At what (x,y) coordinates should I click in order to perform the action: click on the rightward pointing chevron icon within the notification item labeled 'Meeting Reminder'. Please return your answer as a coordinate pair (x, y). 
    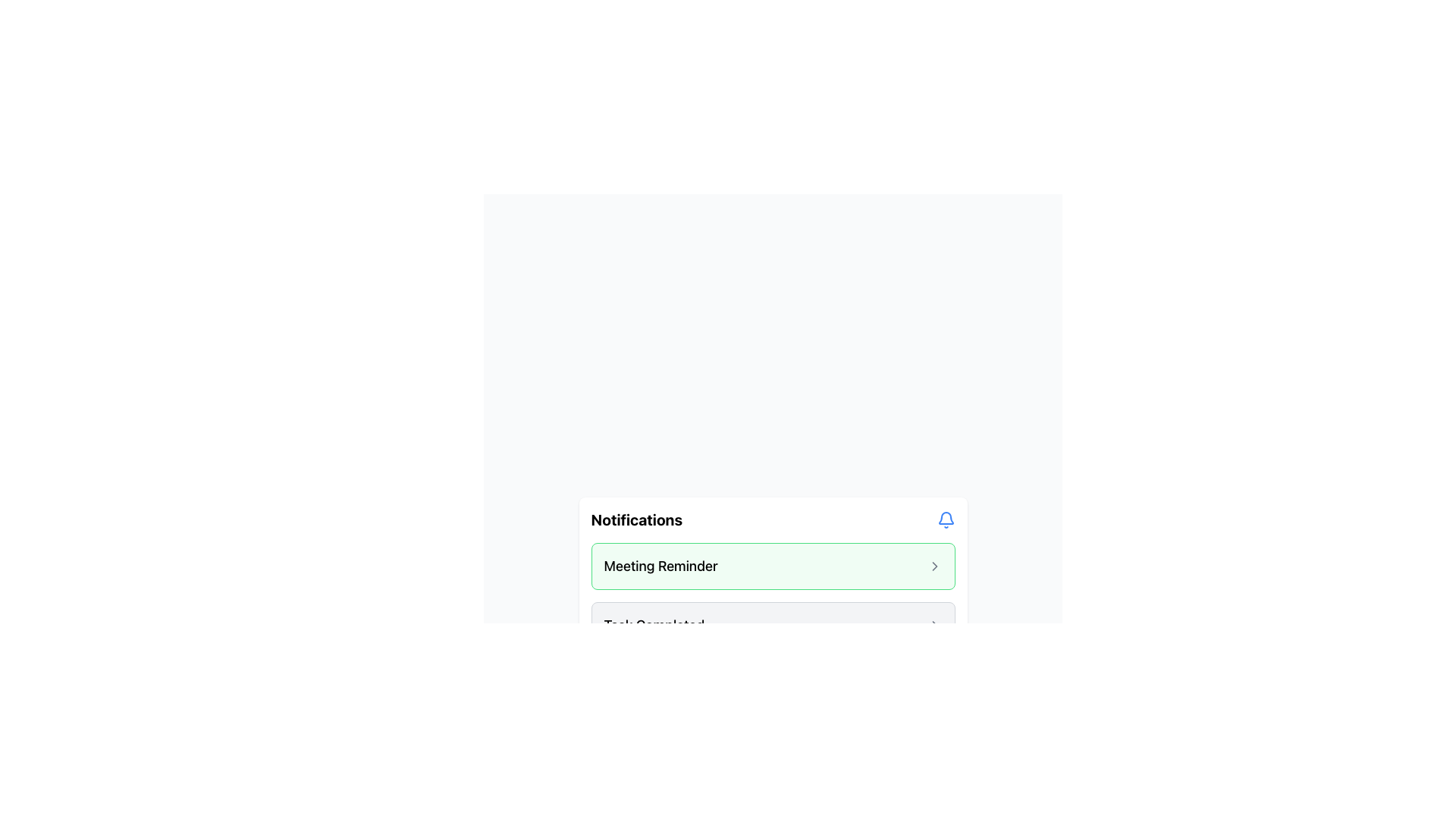
    Looking at the image, I should click on (934, 566).